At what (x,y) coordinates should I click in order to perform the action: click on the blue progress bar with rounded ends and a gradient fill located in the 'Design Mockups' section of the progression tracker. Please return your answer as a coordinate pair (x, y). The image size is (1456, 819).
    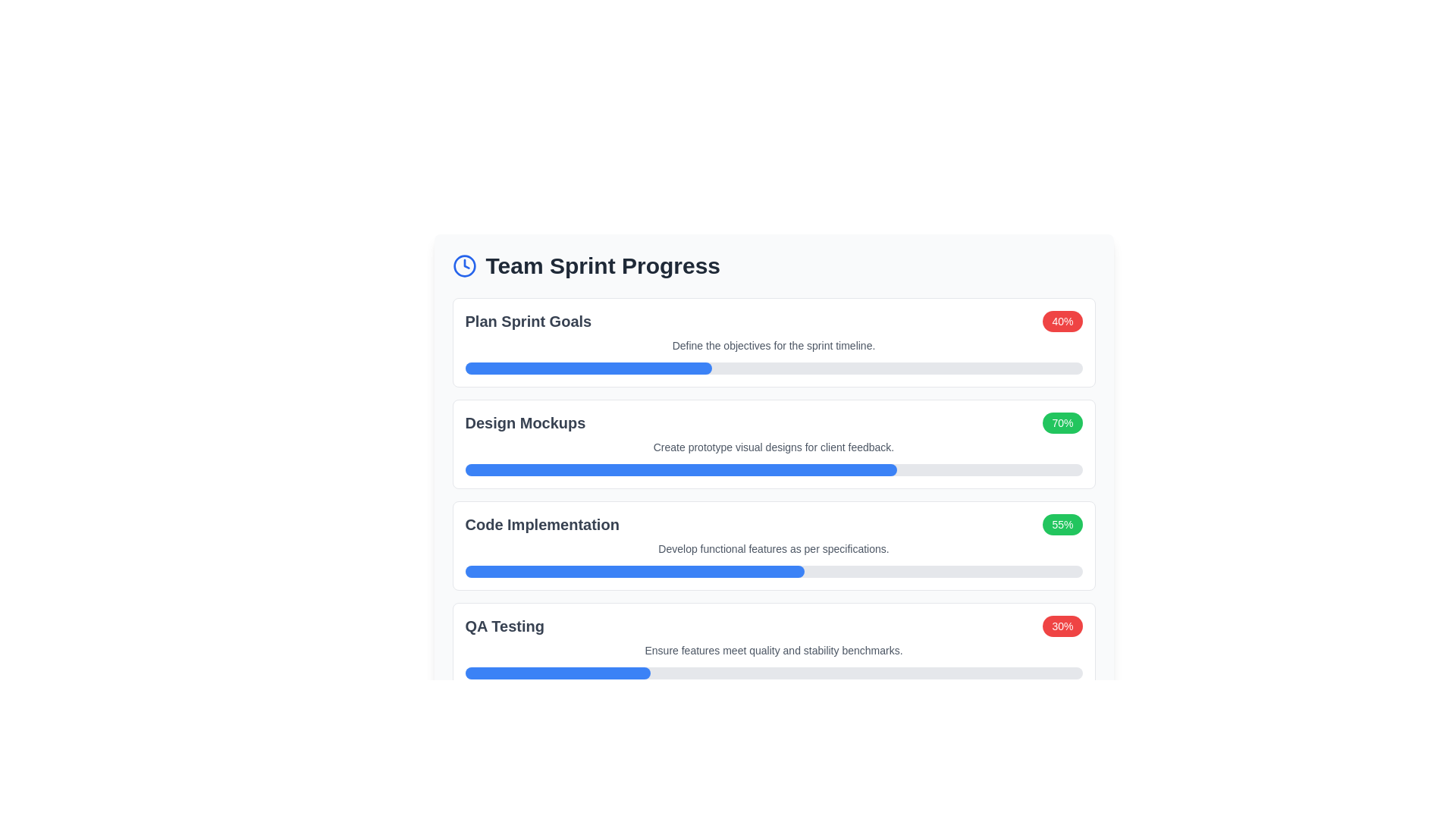
    Looking at the image, I should click on (680, 469).